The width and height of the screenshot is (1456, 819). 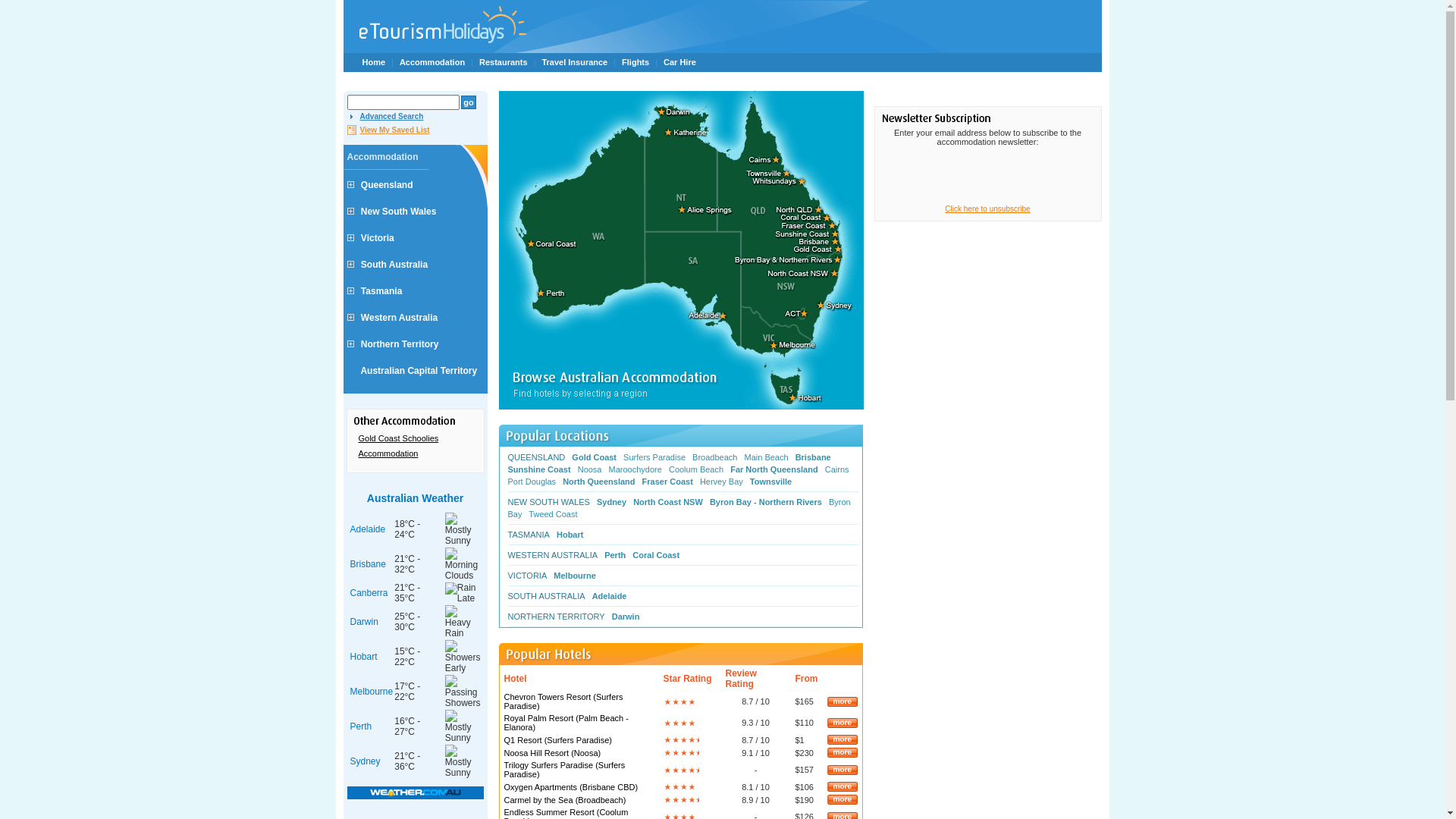 I want to click on 'Fraser Coast', so click(x=669, y=482).